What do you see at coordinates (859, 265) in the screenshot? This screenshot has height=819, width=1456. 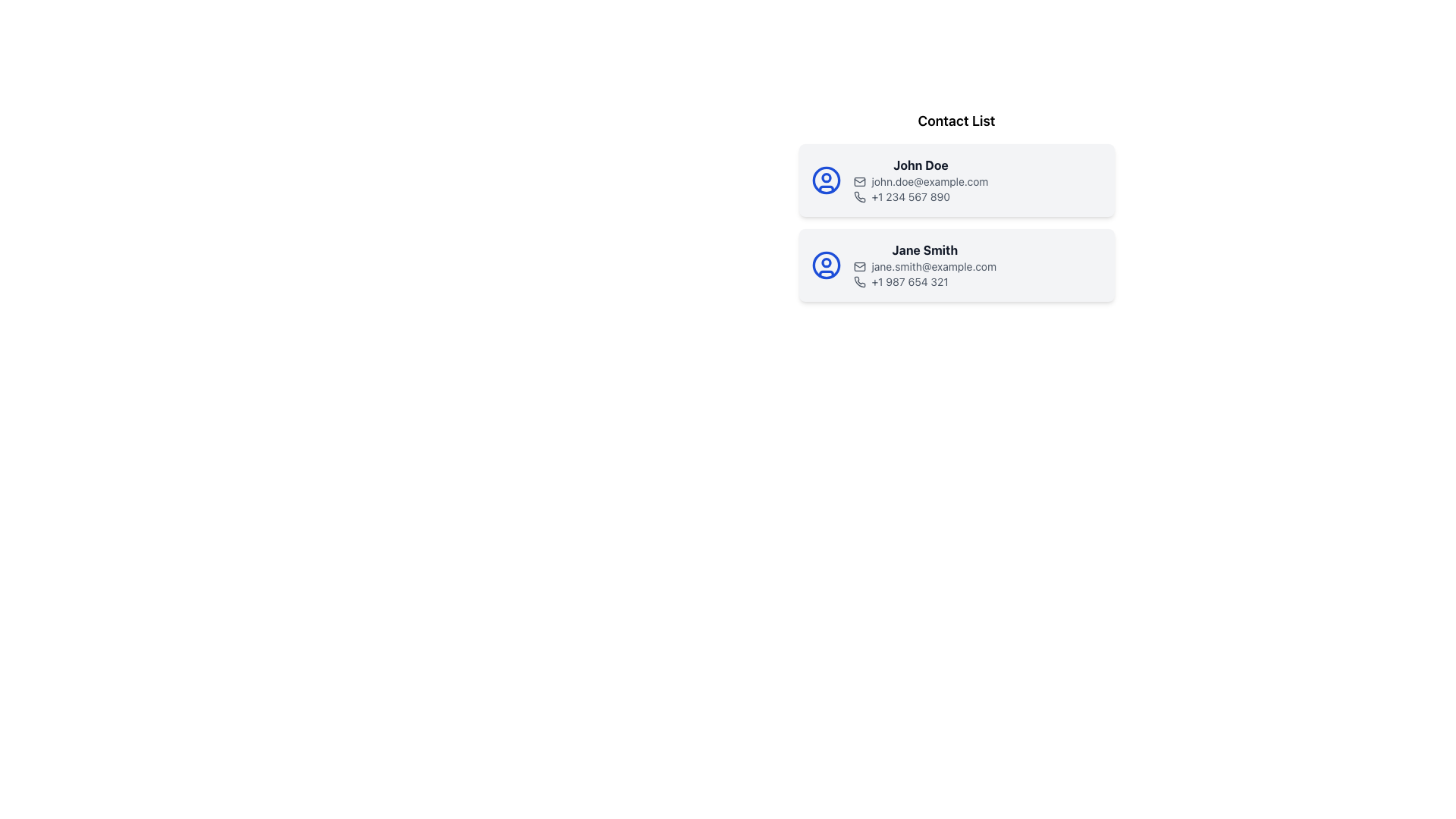 I see `the decorative SVG shape representing the body of the envelope icon in Jane Smith's contact card, located to the left of the email text 'jane.smith@example.com'` at bounding box center [859, 265].